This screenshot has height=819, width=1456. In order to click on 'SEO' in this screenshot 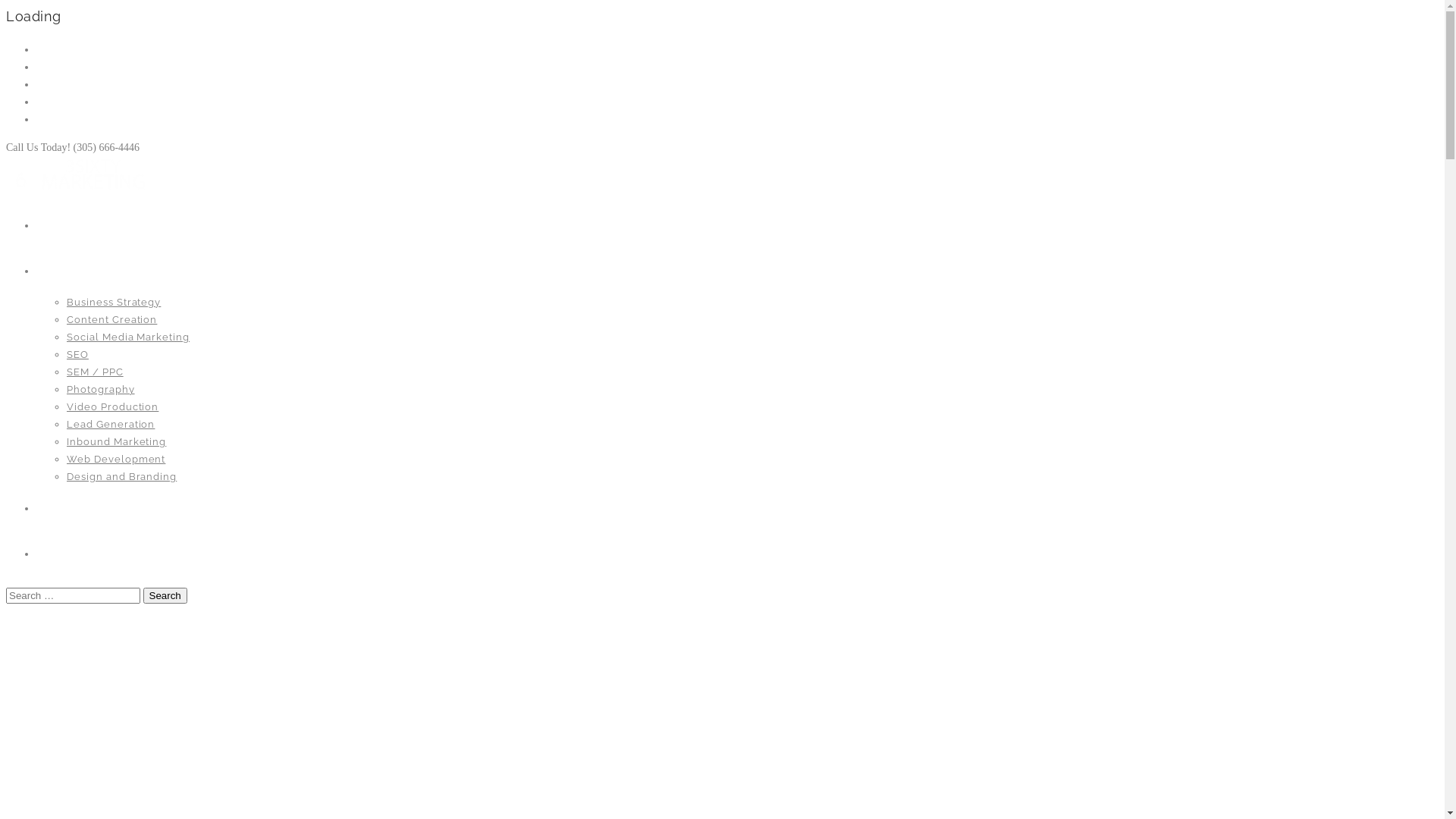, I will do `click(77, 354)`.